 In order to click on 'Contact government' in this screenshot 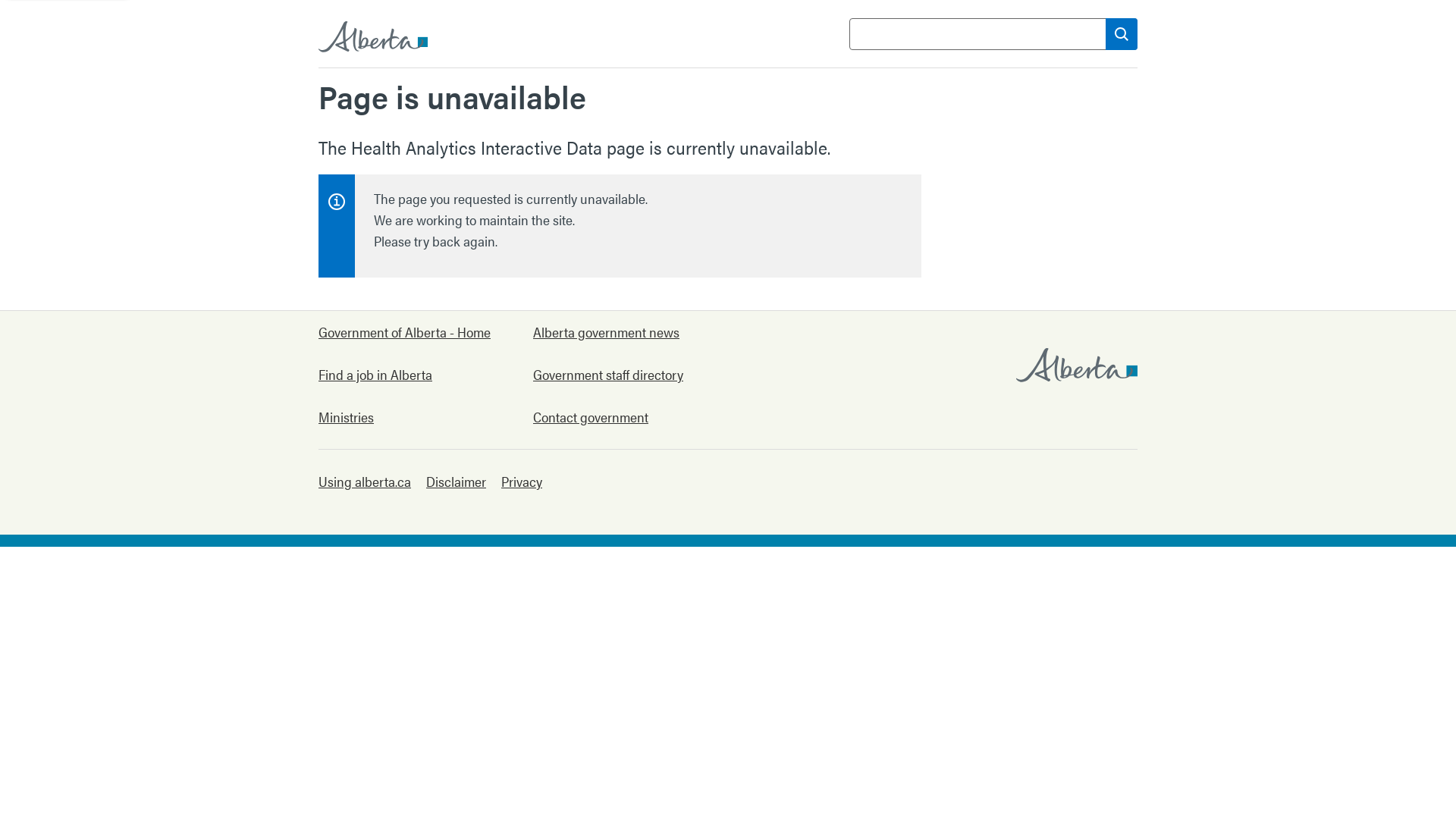, I will do `click(532, 417)`.